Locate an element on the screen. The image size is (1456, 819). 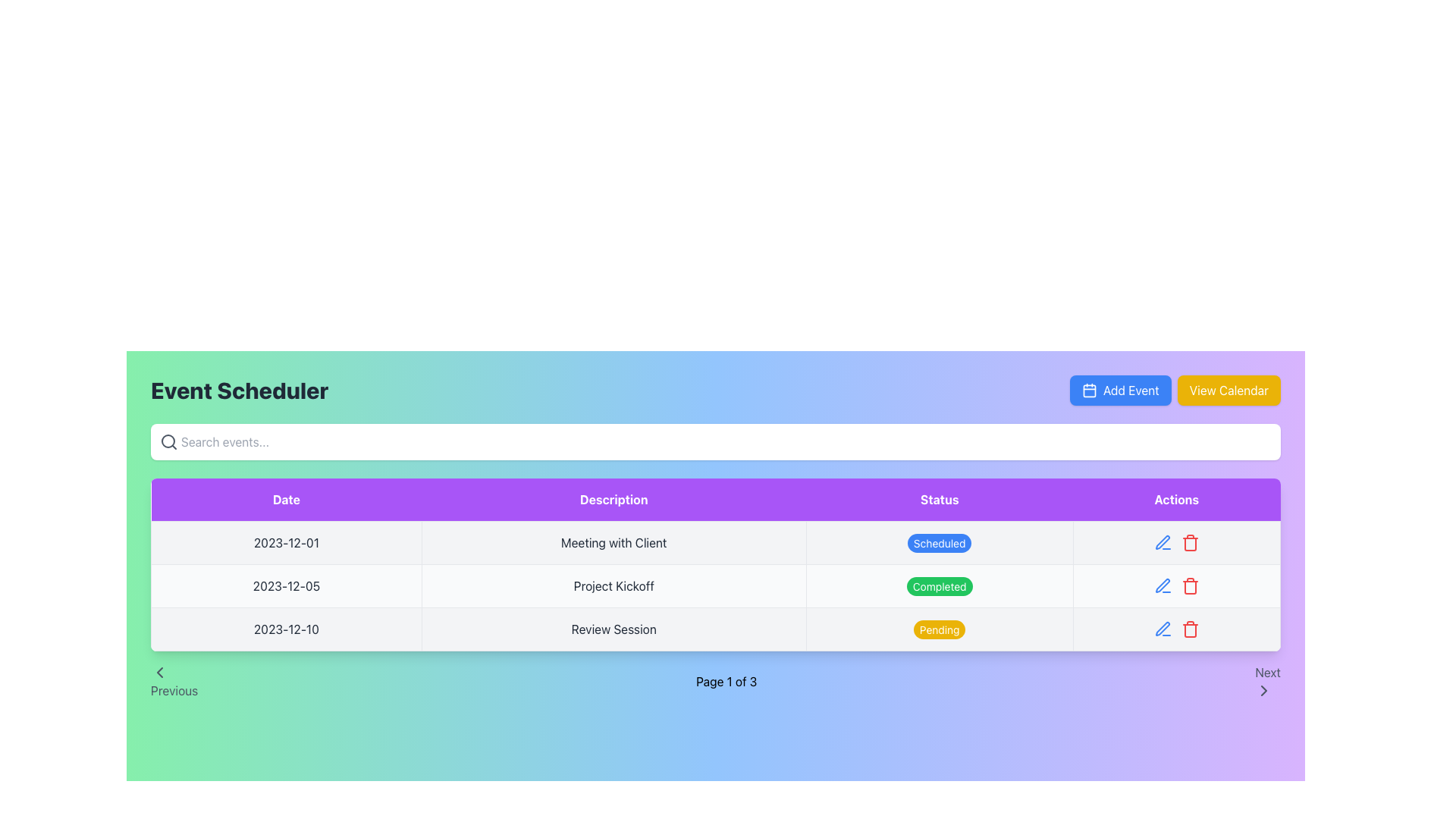
the 'Add Event' button, which has a blue background and white text, located in the upper-right section of the interface is located at coordinates (1120, 390).